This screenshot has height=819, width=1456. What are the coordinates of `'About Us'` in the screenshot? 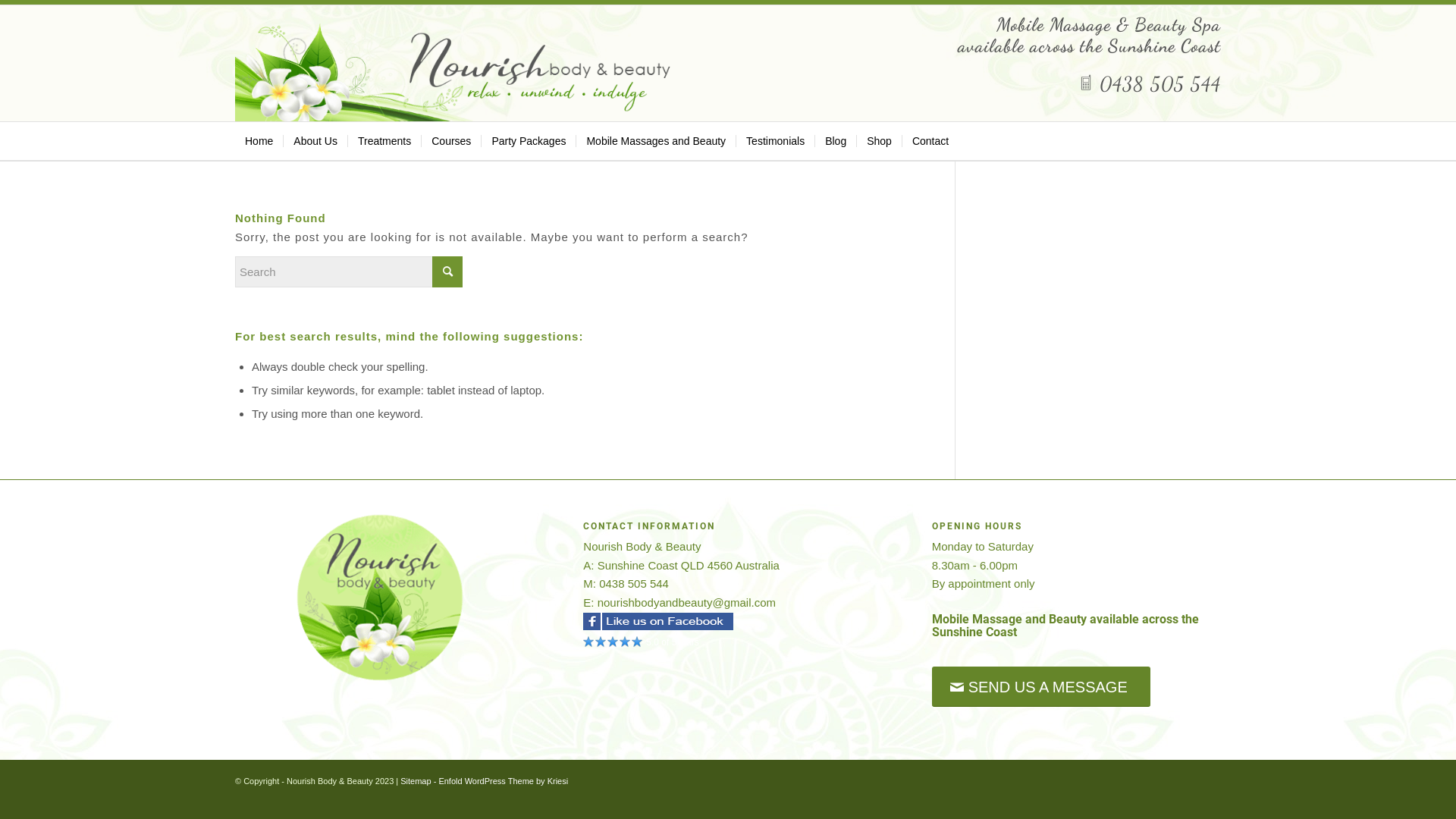 It's located at (314, 140).